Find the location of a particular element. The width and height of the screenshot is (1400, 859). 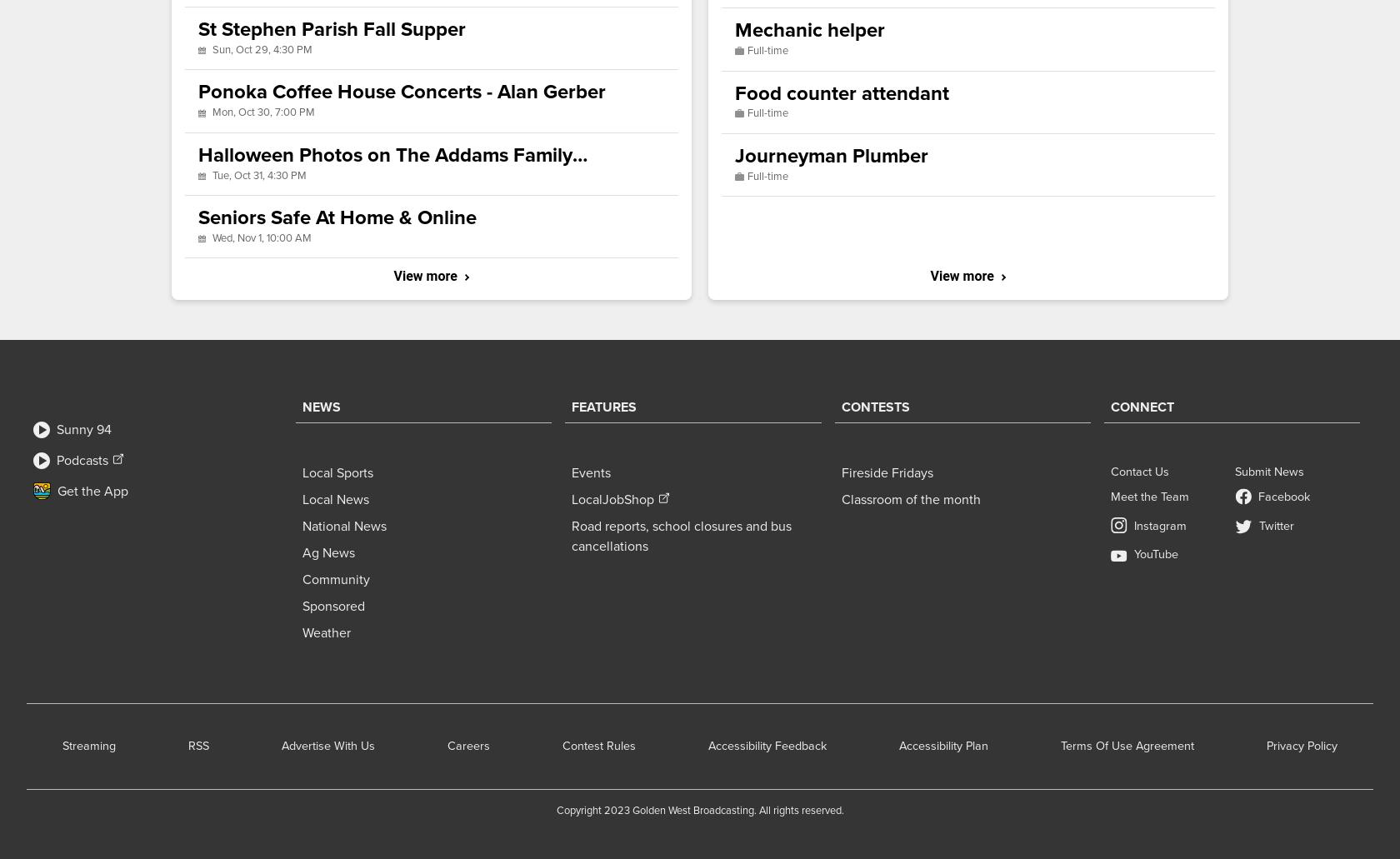

'Events' is located at coordinates (591, 472).